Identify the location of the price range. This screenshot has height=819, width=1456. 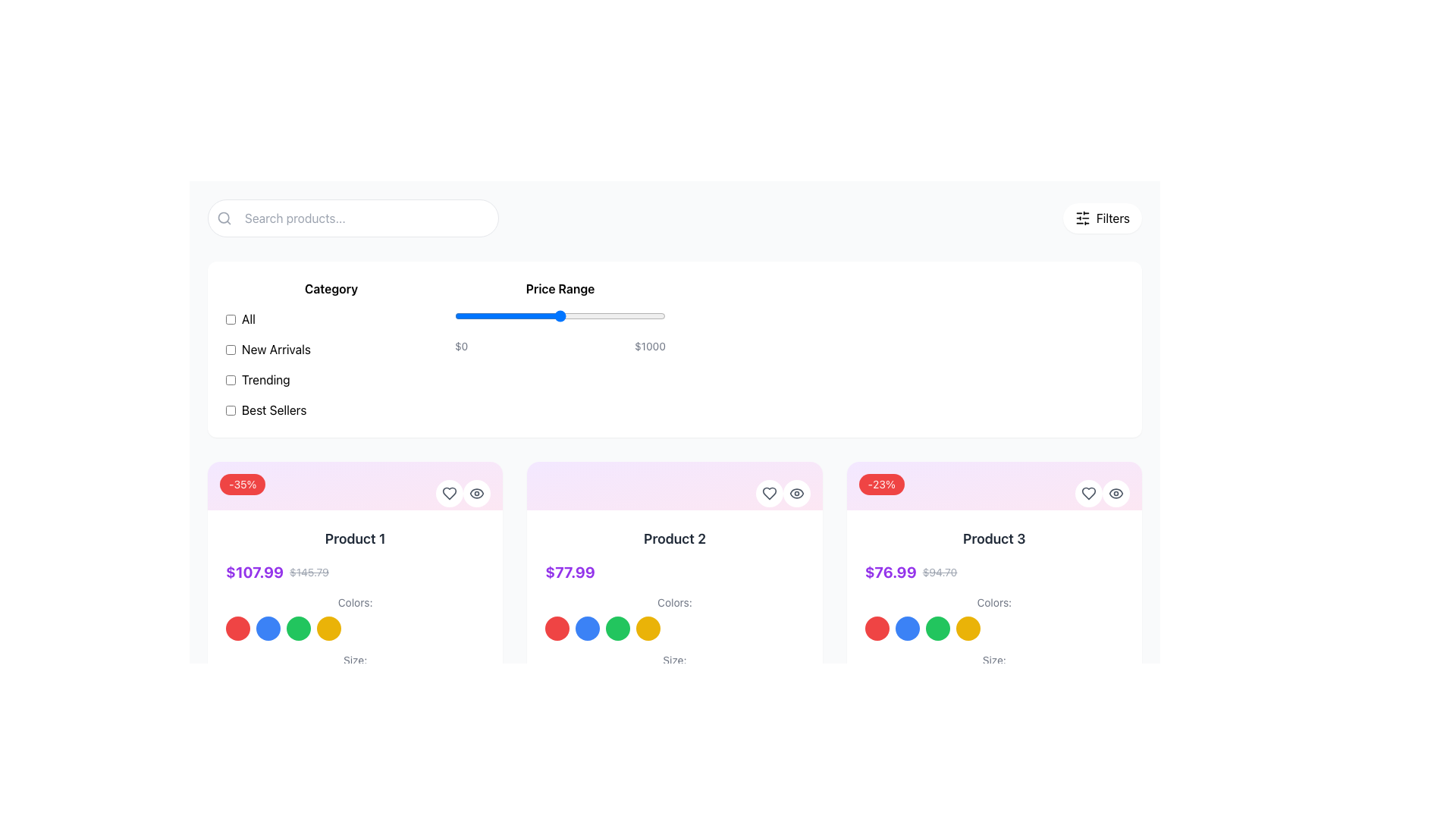
(632, 315).